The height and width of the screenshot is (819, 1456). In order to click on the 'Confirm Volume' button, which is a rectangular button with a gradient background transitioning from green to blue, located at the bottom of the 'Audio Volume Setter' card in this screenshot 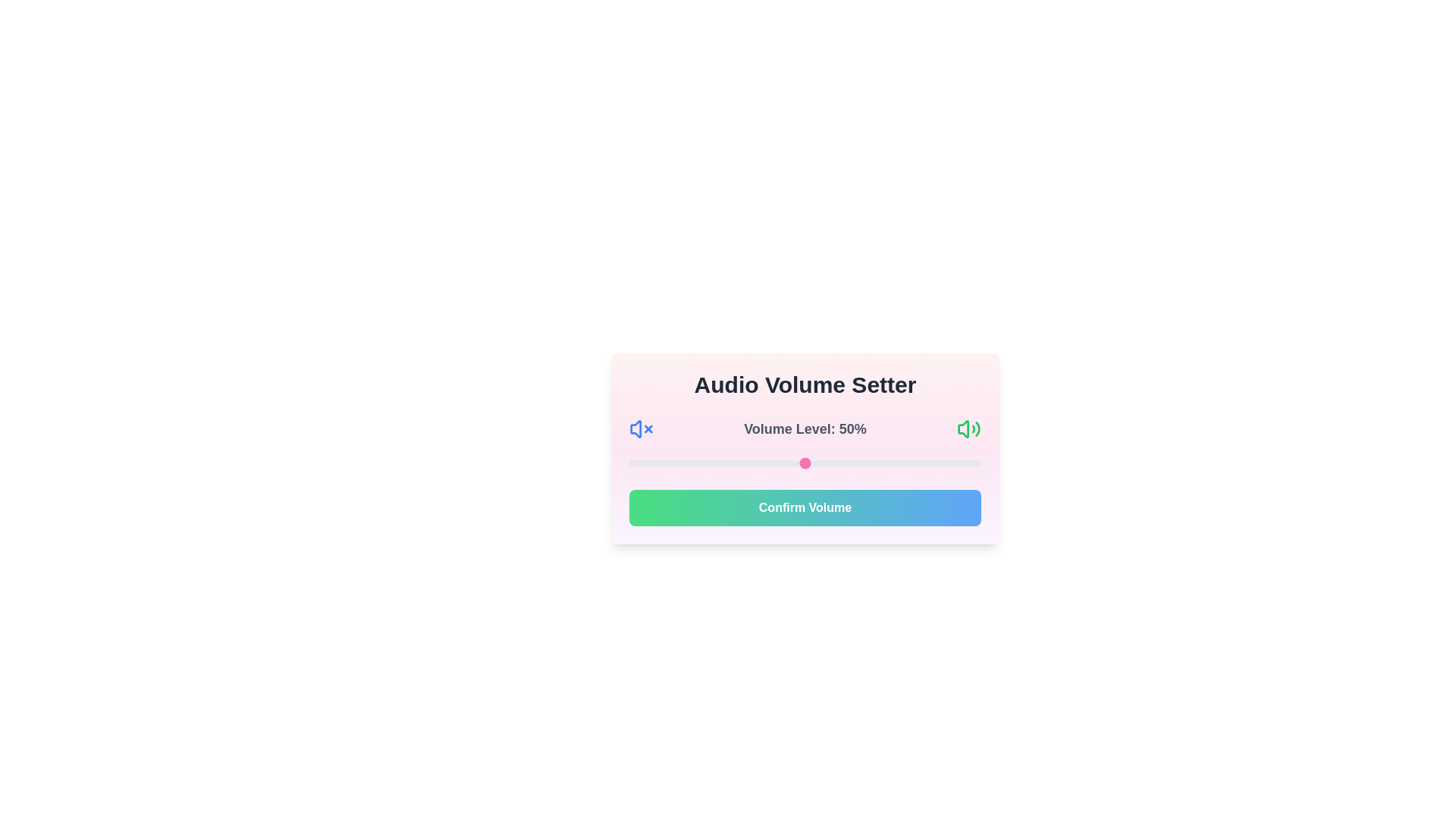, I will do `click(804, 508)`.